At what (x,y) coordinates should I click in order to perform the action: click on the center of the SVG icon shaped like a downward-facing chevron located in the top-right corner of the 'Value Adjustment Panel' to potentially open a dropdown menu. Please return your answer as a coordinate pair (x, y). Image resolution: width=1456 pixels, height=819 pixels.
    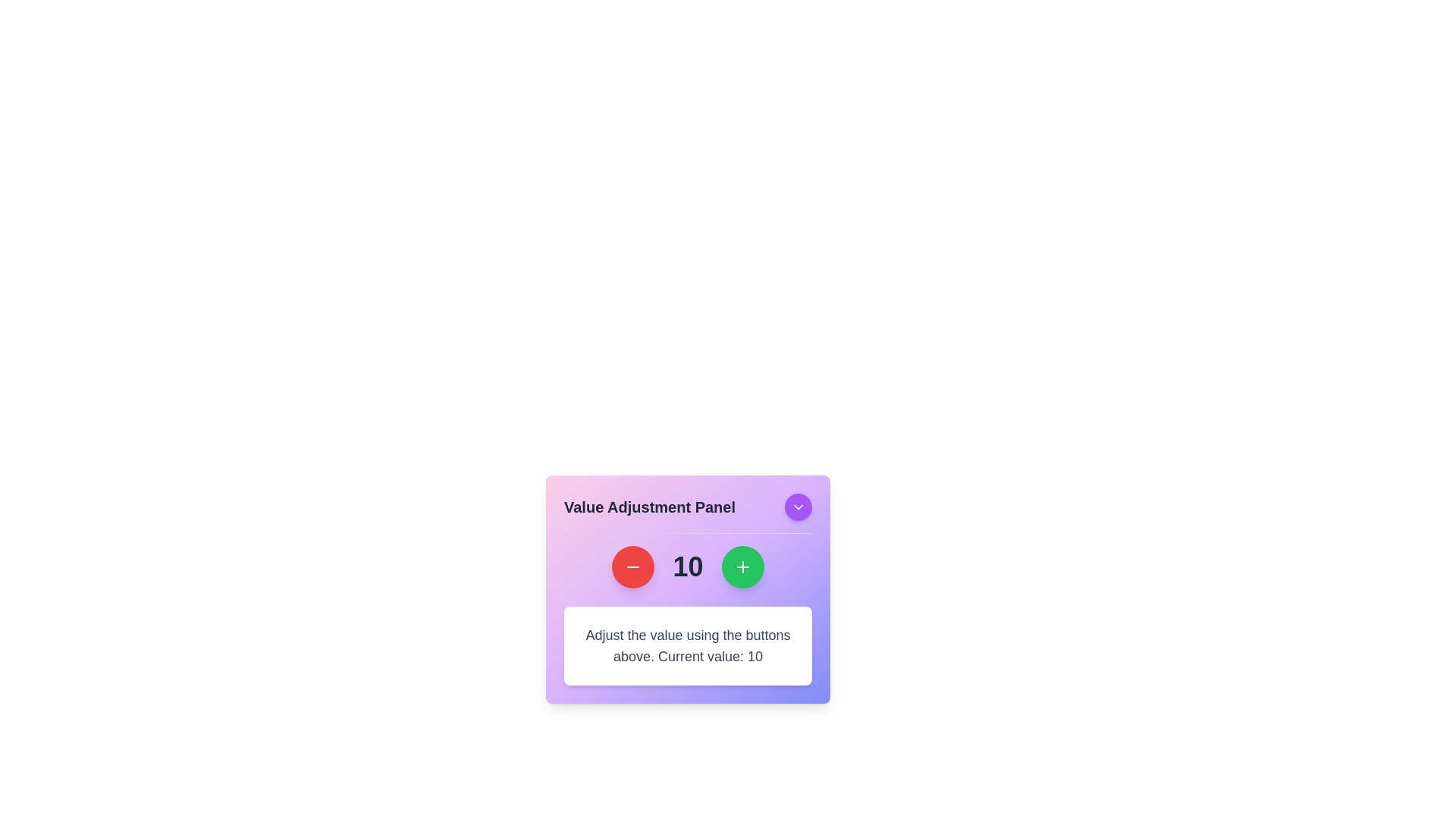
    Looking at the image, I should click on (797, 507).